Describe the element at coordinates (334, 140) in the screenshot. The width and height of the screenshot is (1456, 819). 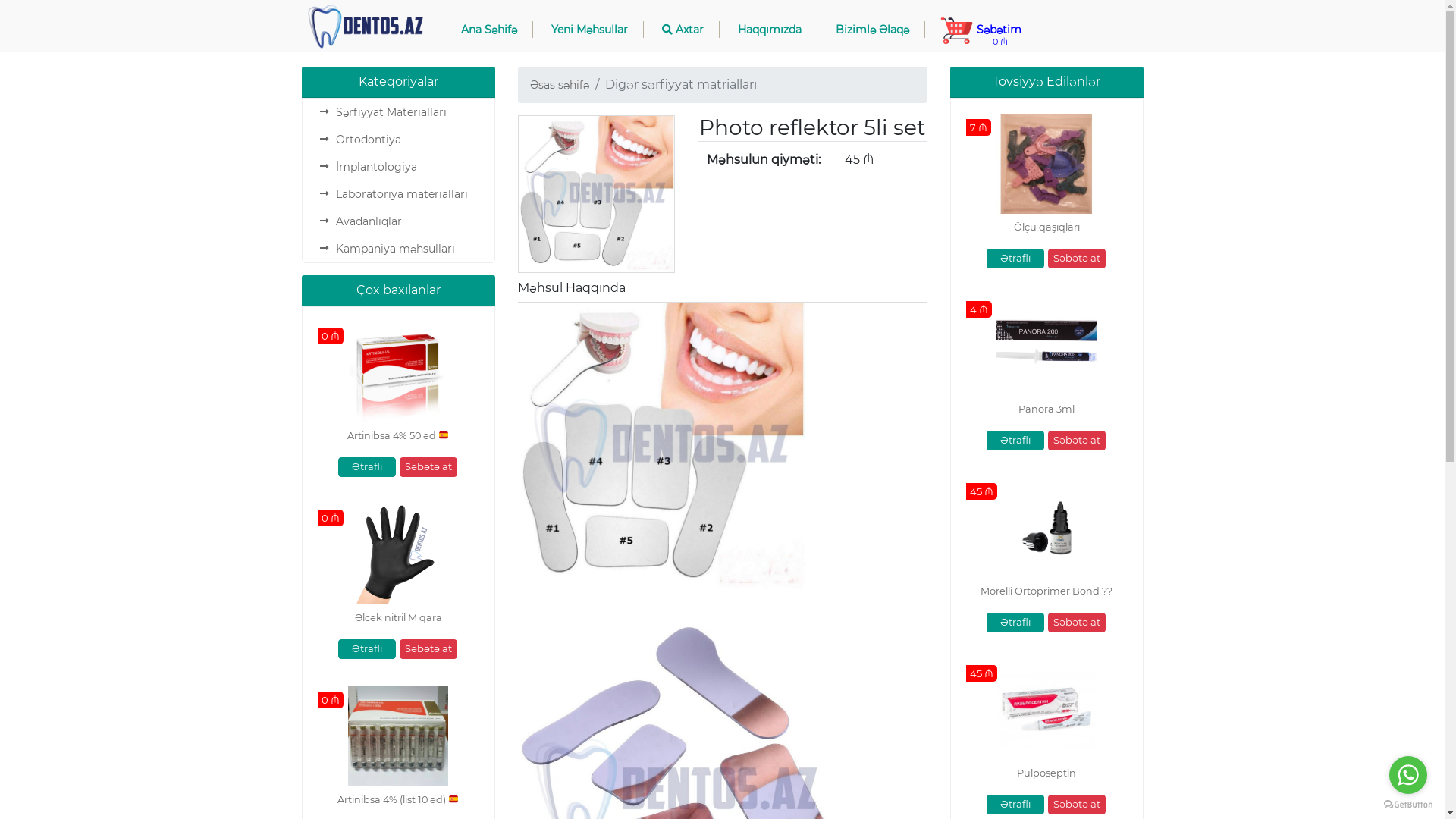
I see `'Ortodontiya'` at that location.